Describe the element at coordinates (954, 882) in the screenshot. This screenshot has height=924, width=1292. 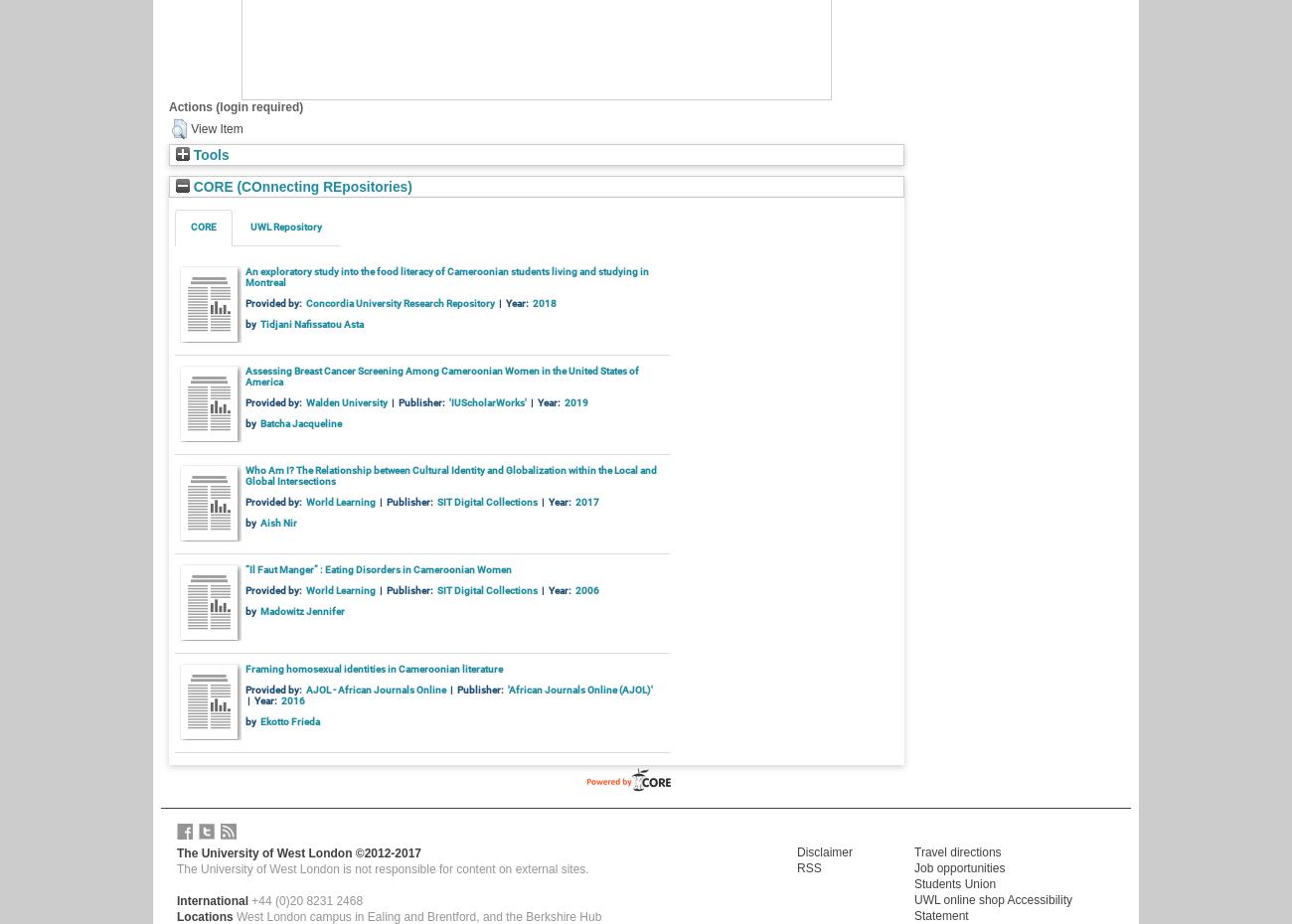
I see `'Students Union'` at that location.